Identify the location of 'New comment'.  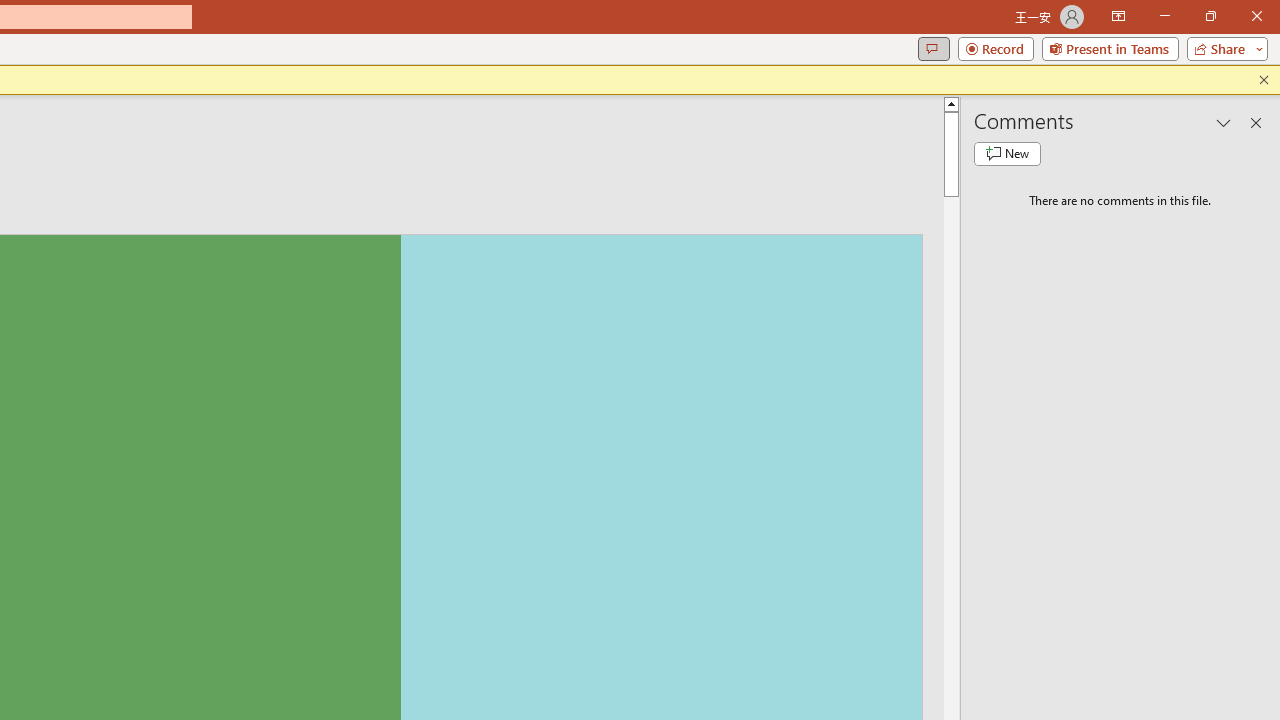
(1007, 153).